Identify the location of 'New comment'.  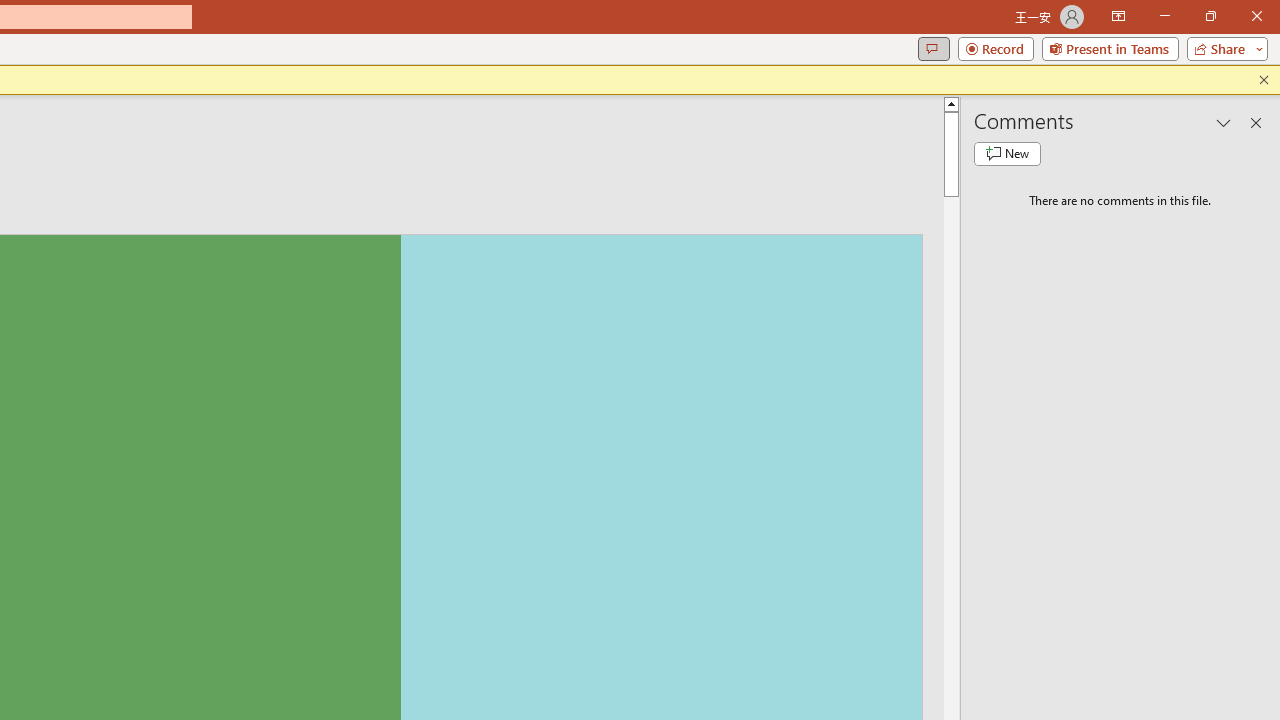
(1007, 153).